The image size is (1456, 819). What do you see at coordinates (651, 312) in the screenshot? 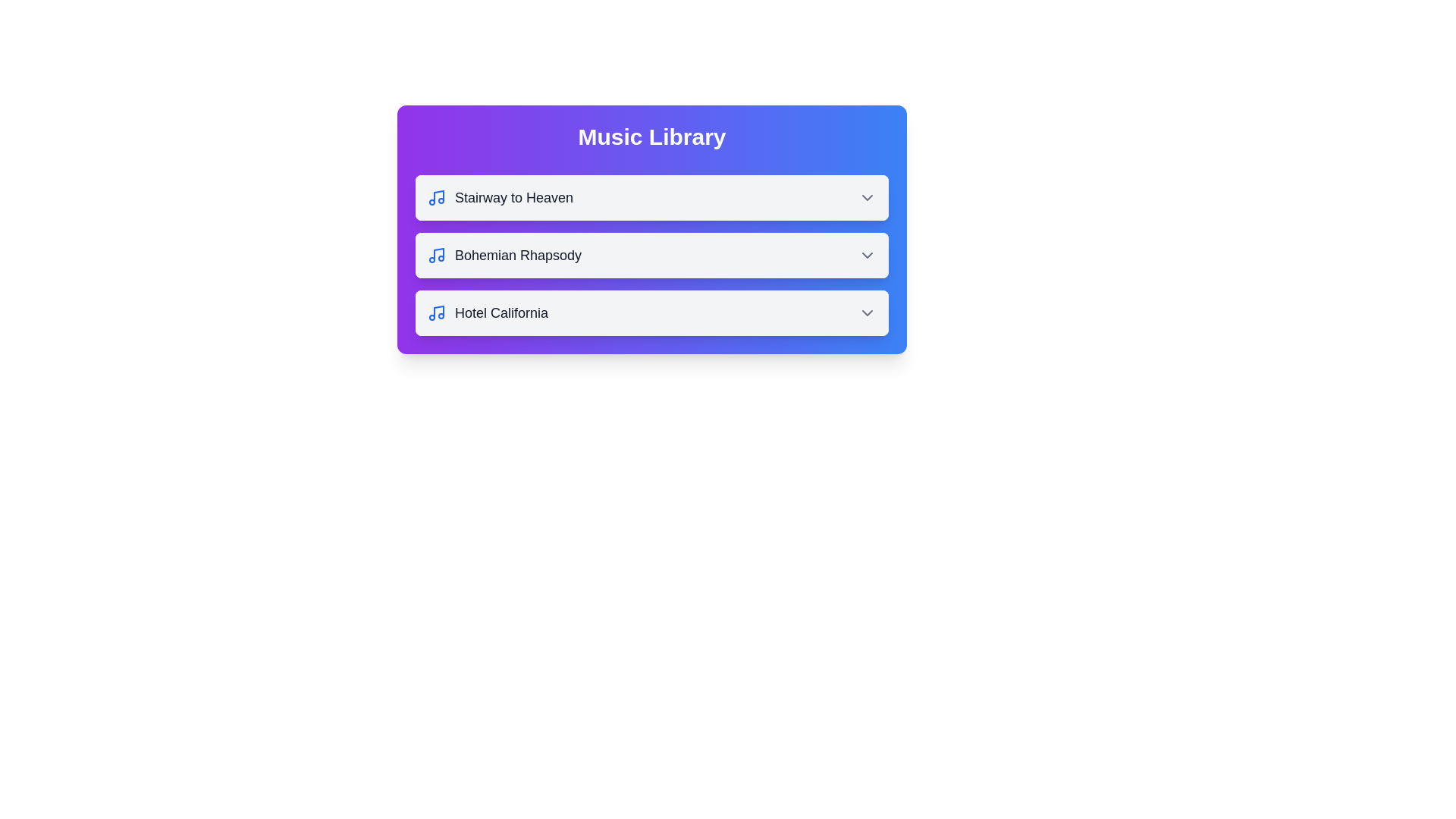
I see `the selectable item representing 'Hotel California' in the Music Library interface` at bounding box center [651, 312].